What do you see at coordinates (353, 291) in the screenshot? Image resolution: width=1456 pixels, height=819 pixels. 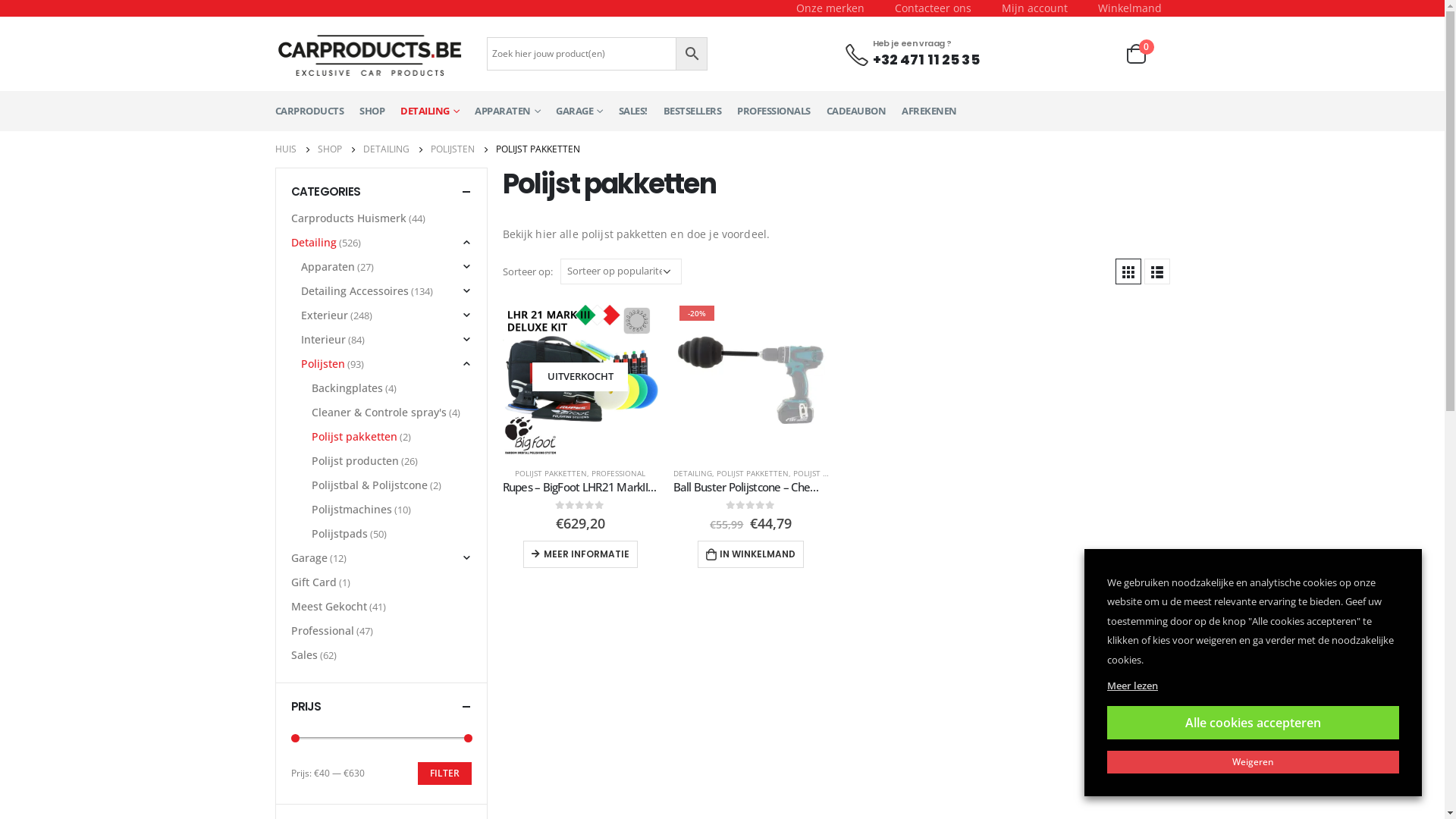 I see `'Detailing Accessoires'` at bounding box center [353, 291].